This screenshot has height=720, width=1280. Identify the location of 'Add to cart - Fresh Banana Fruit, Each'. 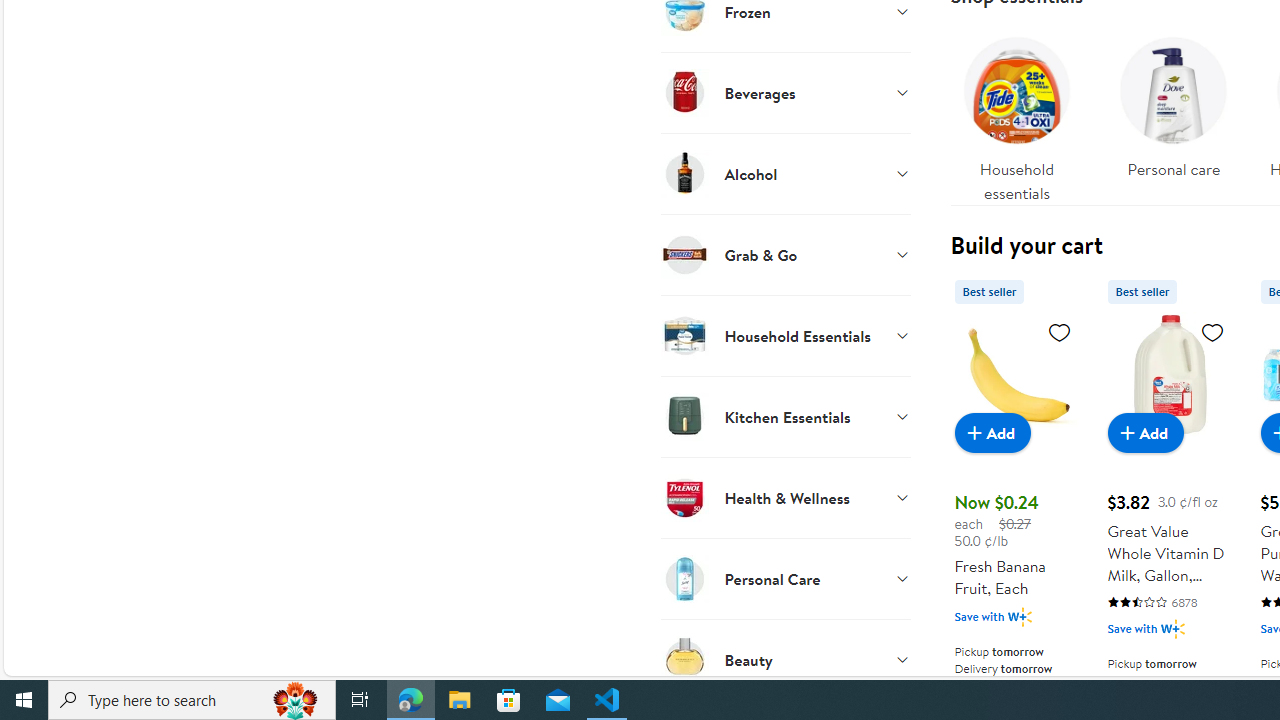
(992, 431).